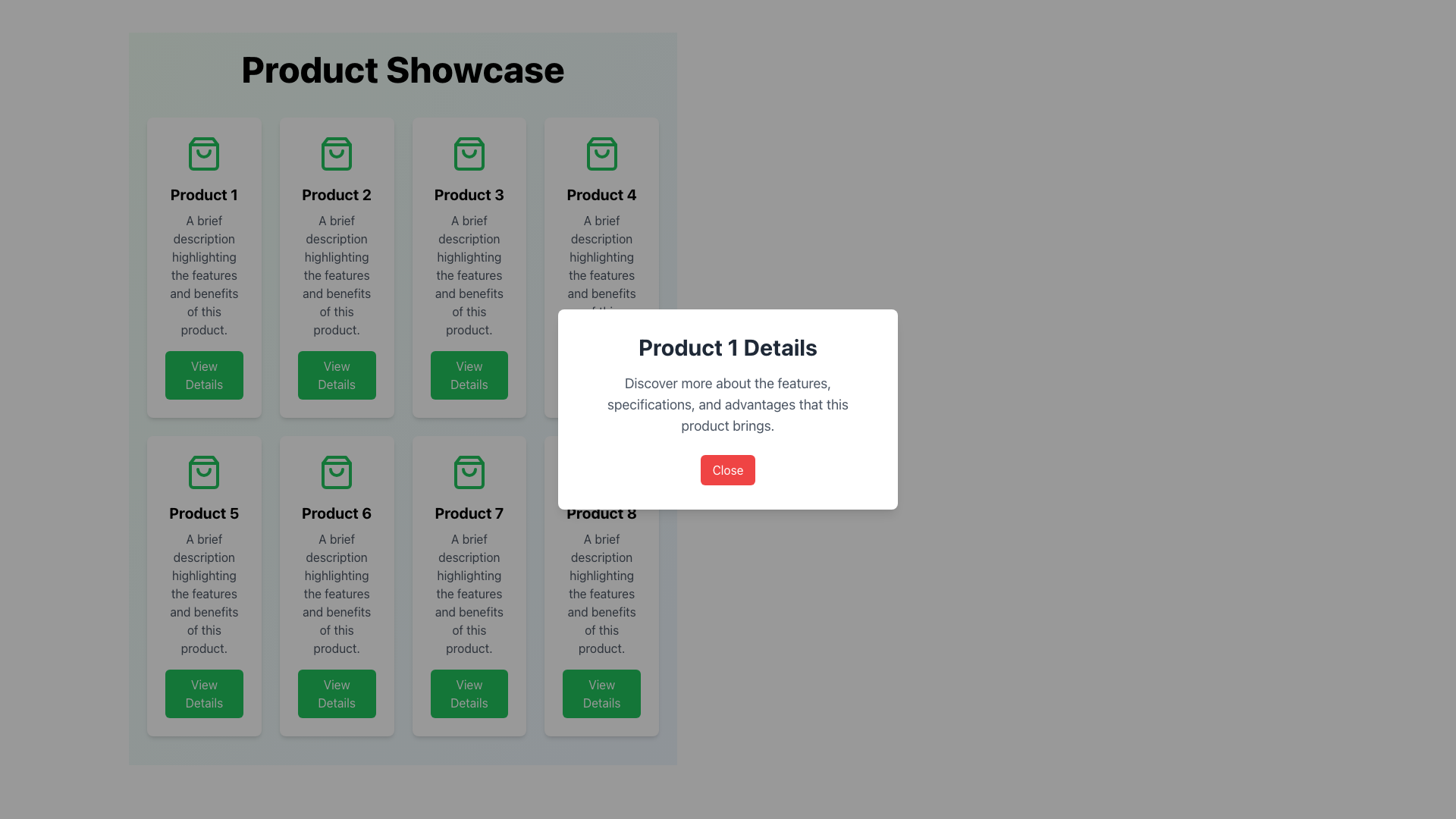  What do you see at coordinates (468, 267) in the screenshot?
I see `the third product Card component in the first row and third column, which presents an overview of the product including its name, description, and a button for further details` at bounding box center [468, 267].